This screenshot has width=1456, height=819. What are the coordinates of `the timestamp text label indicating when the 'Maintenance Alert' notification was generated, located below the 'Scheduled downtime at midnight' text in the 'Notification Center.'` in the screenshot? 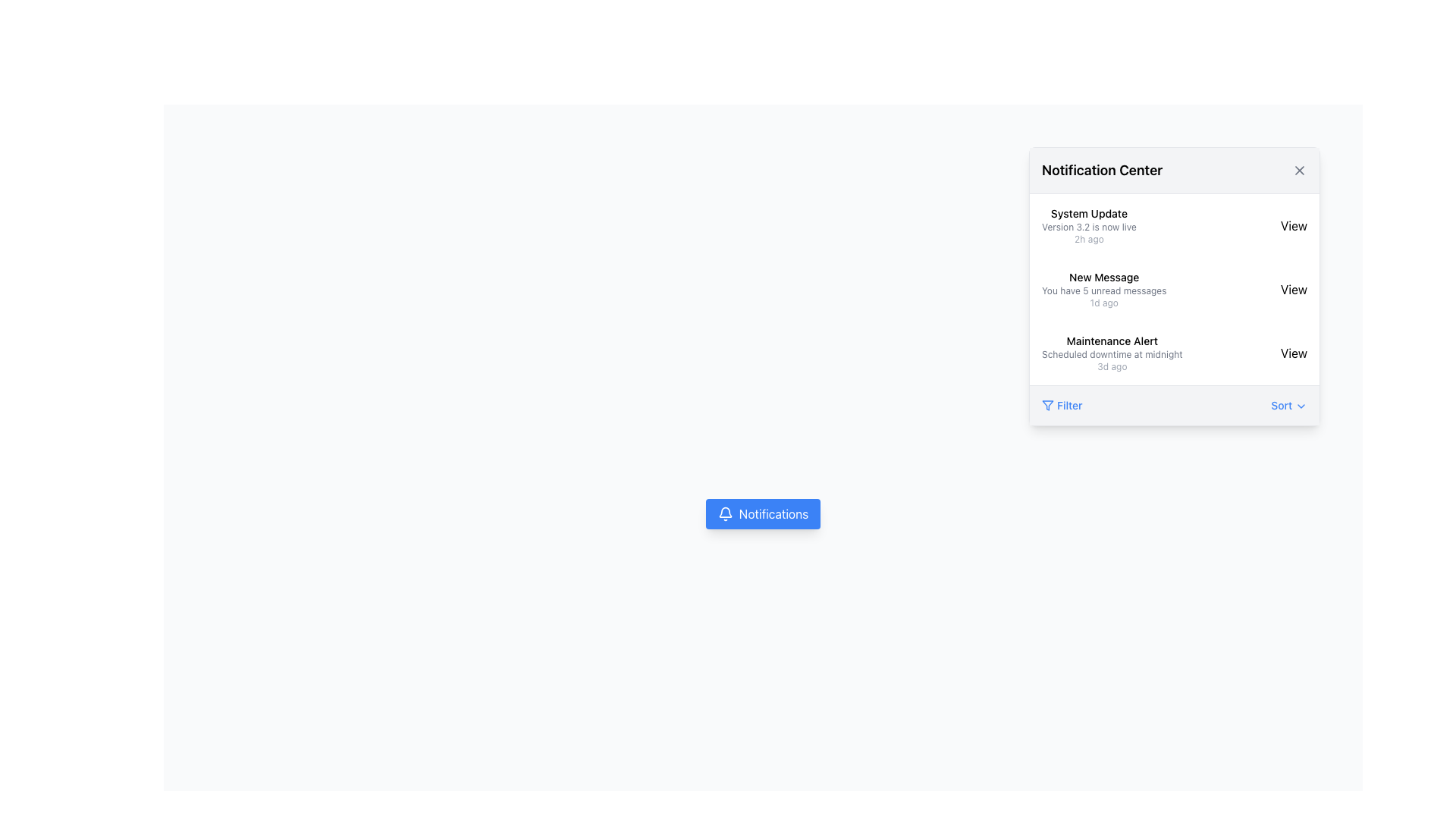 It's located at (1112, 366).